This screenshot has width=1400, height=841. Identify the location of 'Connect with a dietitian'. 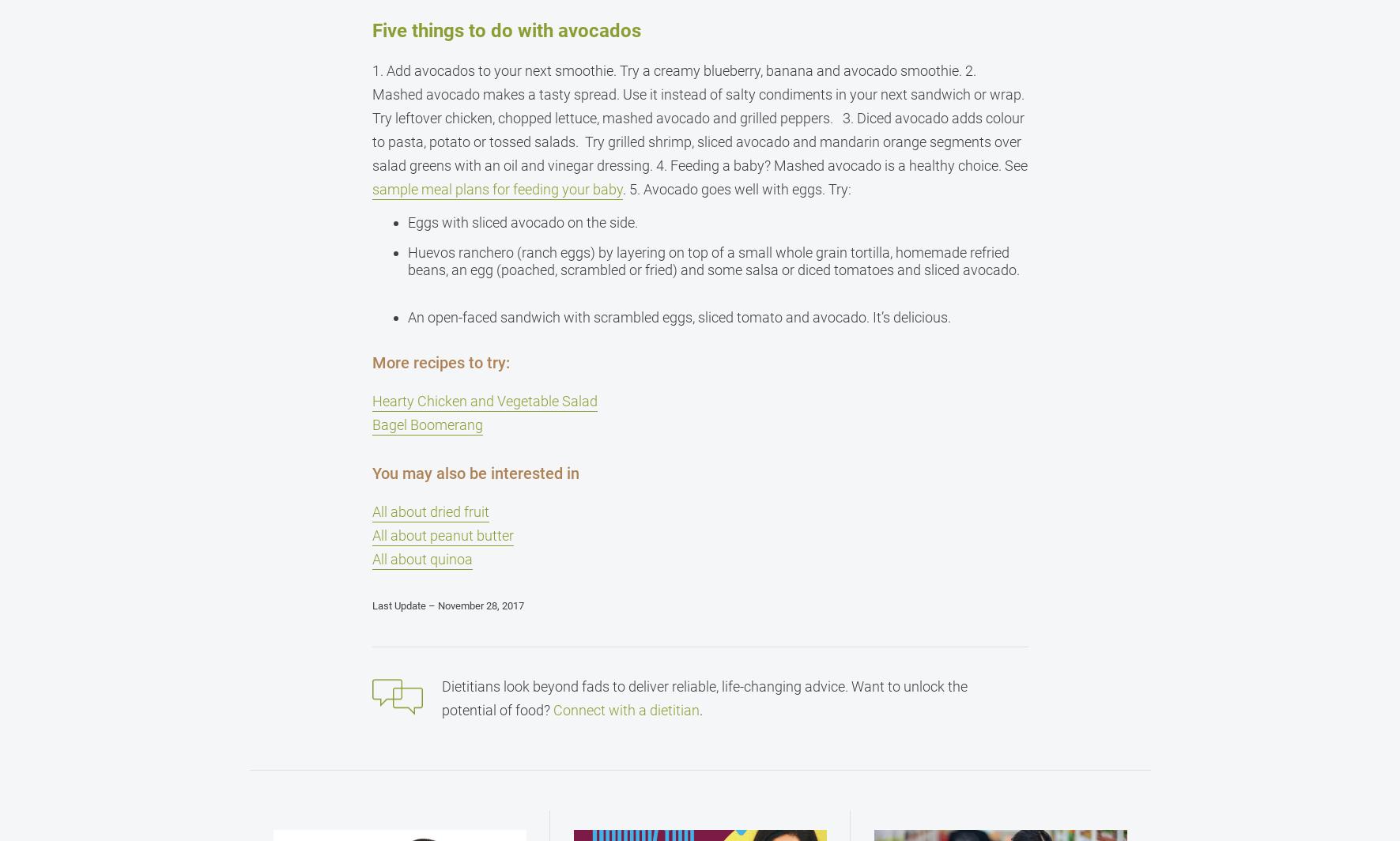
(553, 710).